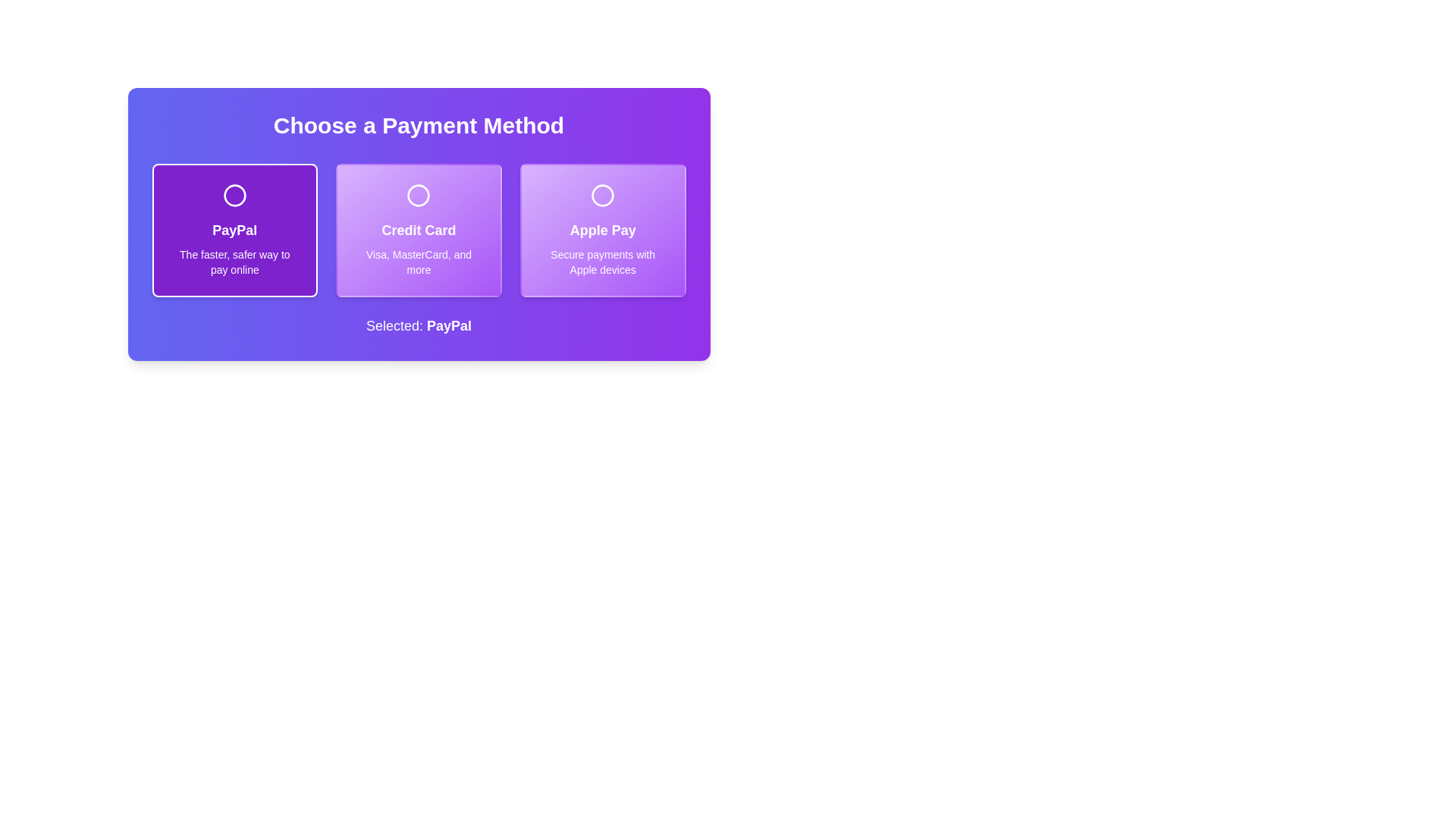 The image size is (1456, 819). I want to click on the 'Credit Card' text label, which is a bold, center-aligned label on a gradient background, positioned centrally within a button-like card in a three-option layout, so click(419, 231).